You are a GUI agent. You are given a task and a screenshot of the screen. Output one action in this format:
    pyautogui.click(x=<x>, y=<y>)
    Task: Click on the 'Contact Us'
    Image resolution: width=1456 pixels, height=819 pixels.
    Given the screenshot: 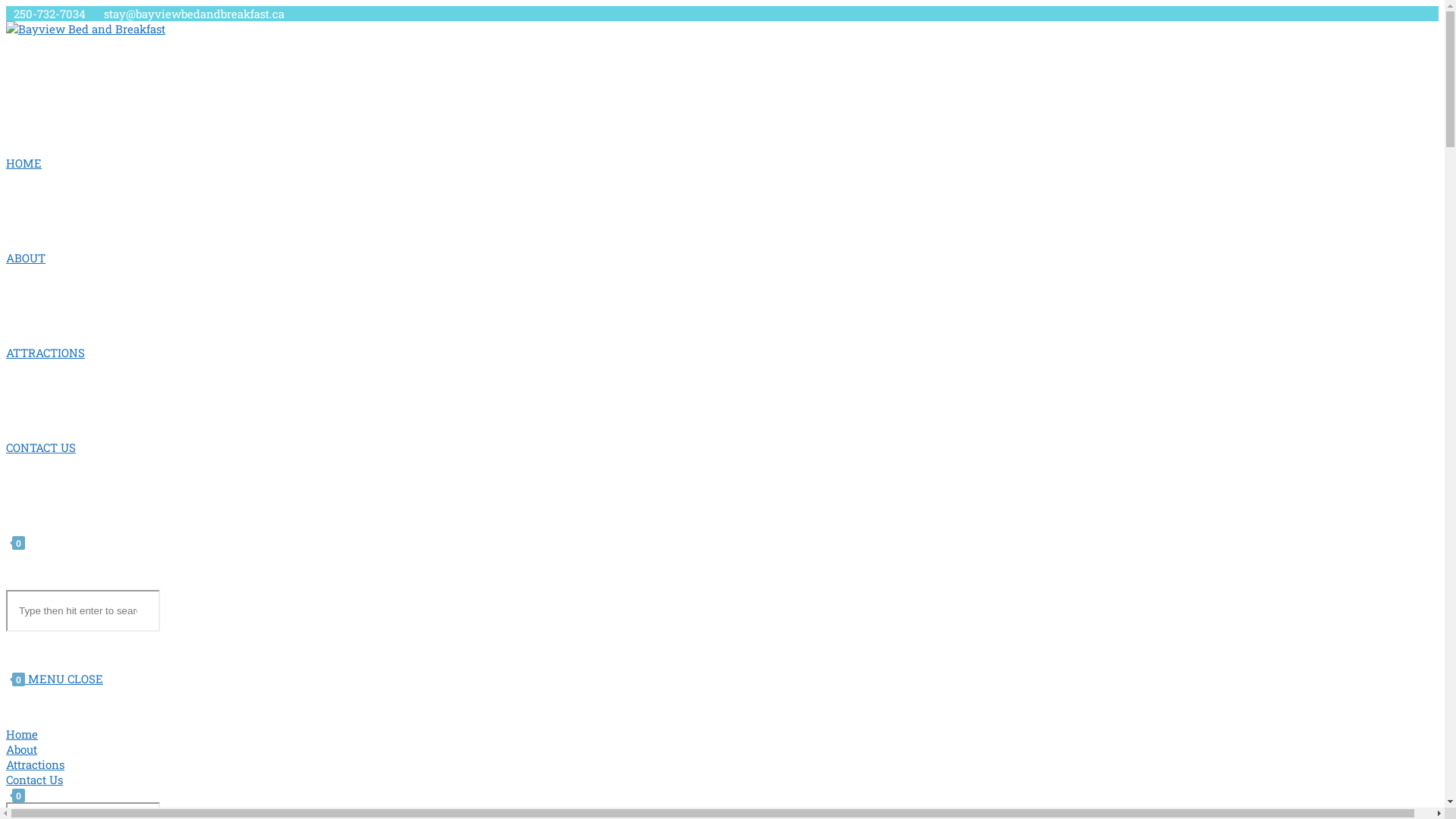 What is the action you would take?
    pyautogui.click(x=34, y=780)
    